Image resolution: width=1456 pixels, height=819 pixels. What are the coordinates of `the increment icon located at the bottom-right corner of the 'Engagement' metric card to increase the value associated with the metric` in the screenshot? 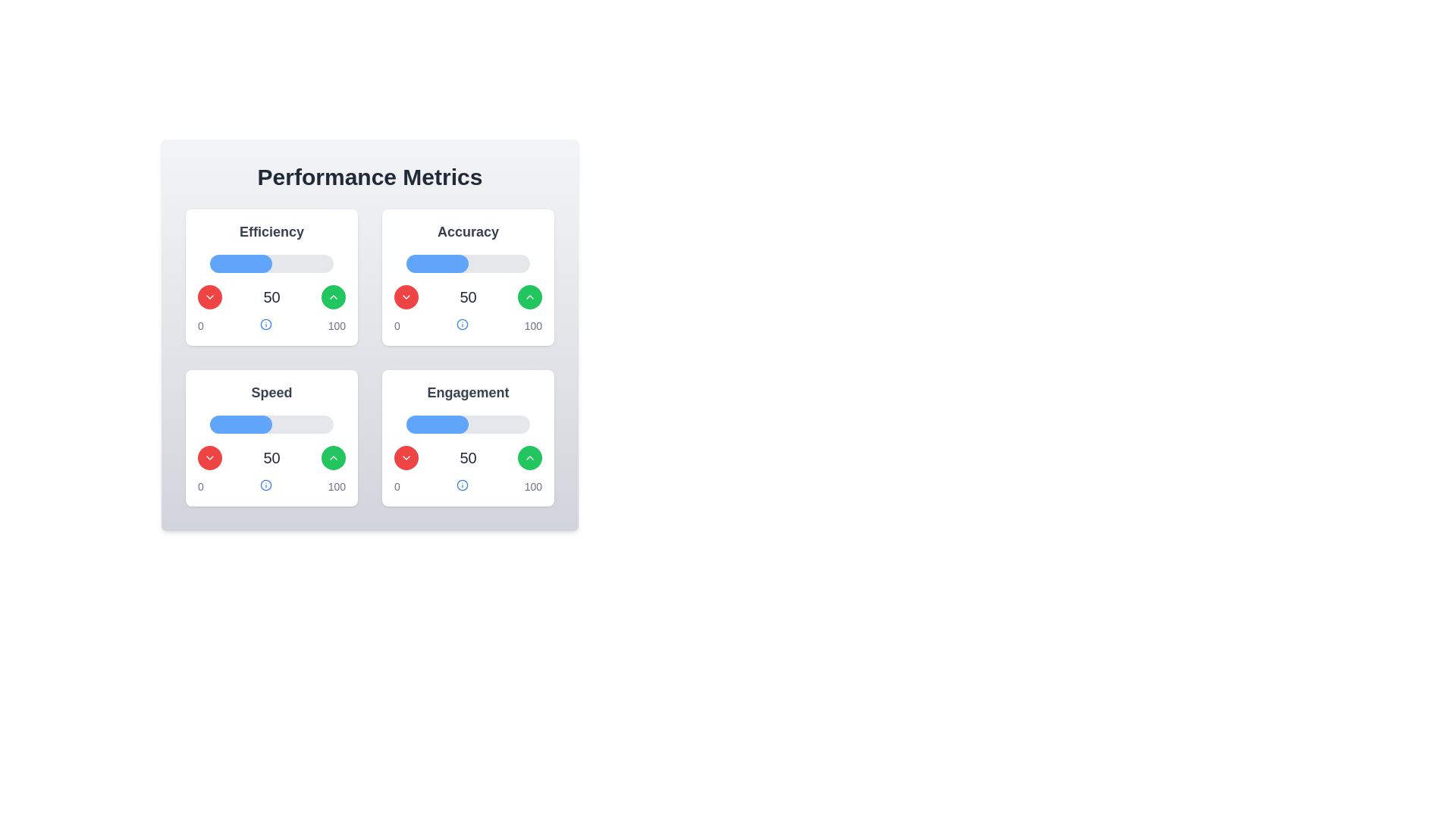 It's located at (333, 457).